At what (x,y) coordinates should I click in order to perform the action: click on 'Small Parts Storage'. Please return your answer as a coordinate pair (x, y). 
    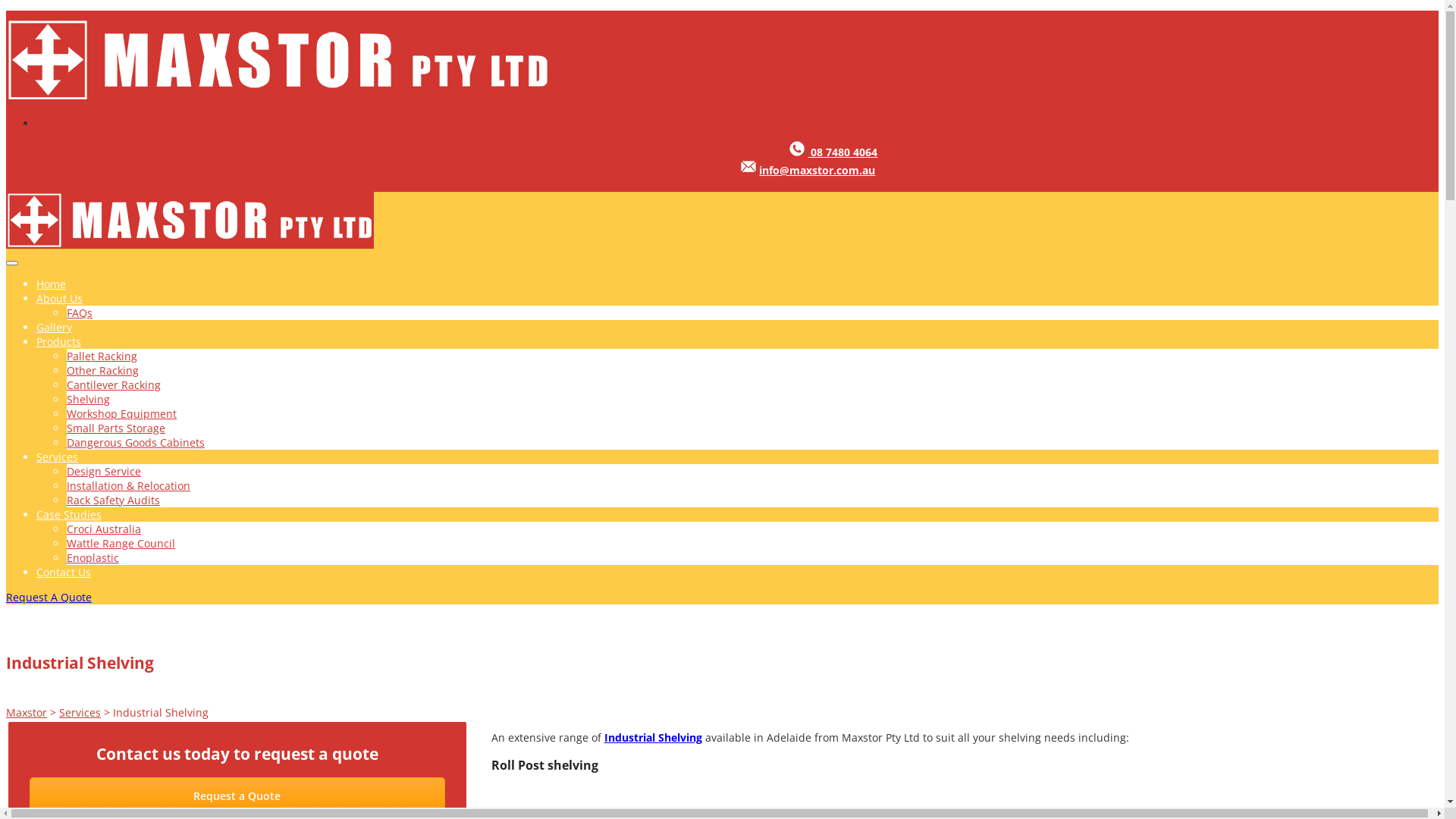
    Looking at the image, I should click on (65, 428).